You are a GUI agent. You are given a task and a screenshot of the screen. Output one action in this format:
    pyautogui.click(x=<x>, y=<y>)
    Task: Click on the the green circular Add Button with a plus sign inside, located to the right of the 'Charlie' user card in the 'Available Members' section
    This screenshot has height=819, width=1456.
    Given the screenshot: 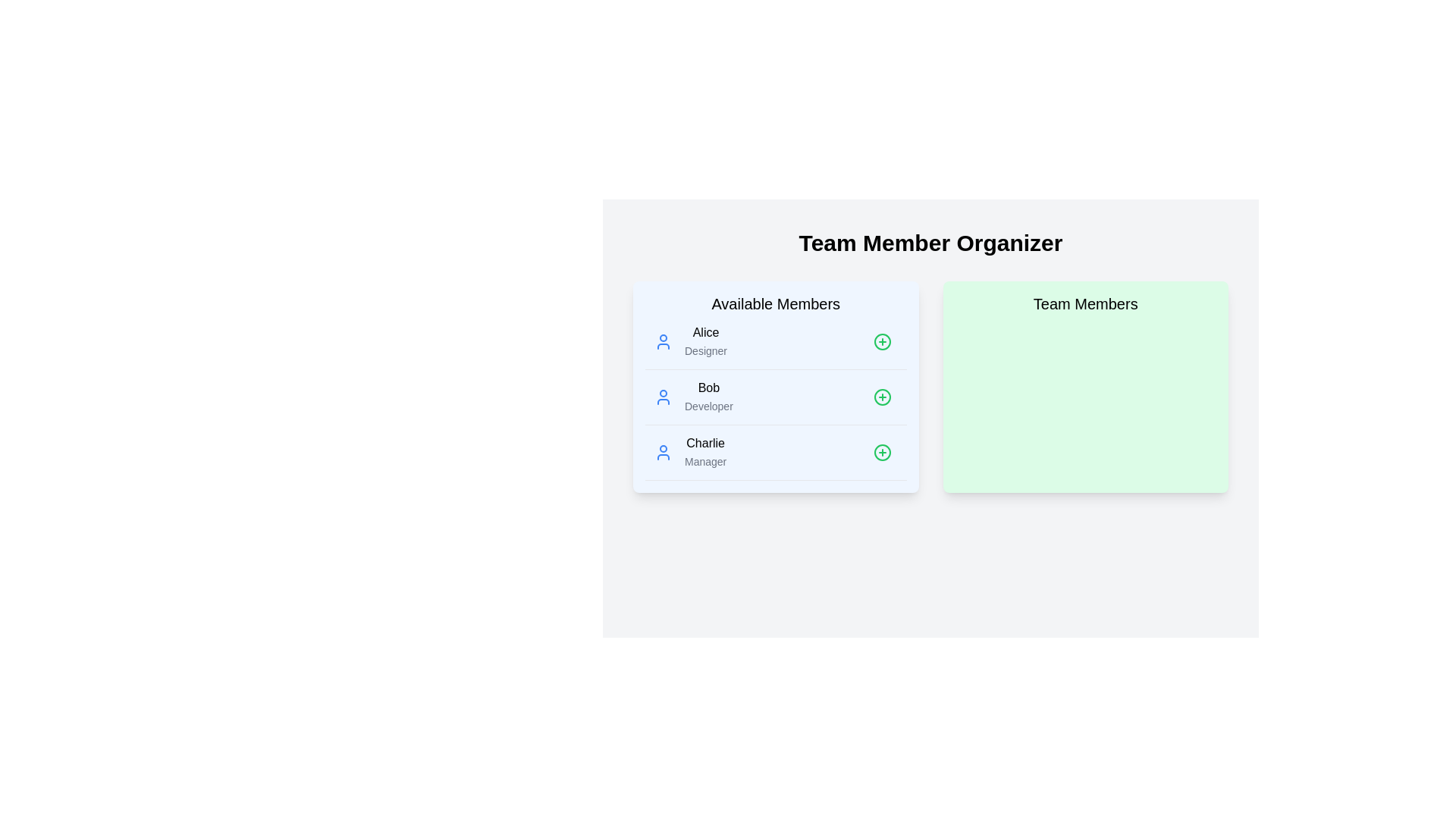 What is the action you would take?
    pyautogui.click(x=882, y=452)
    